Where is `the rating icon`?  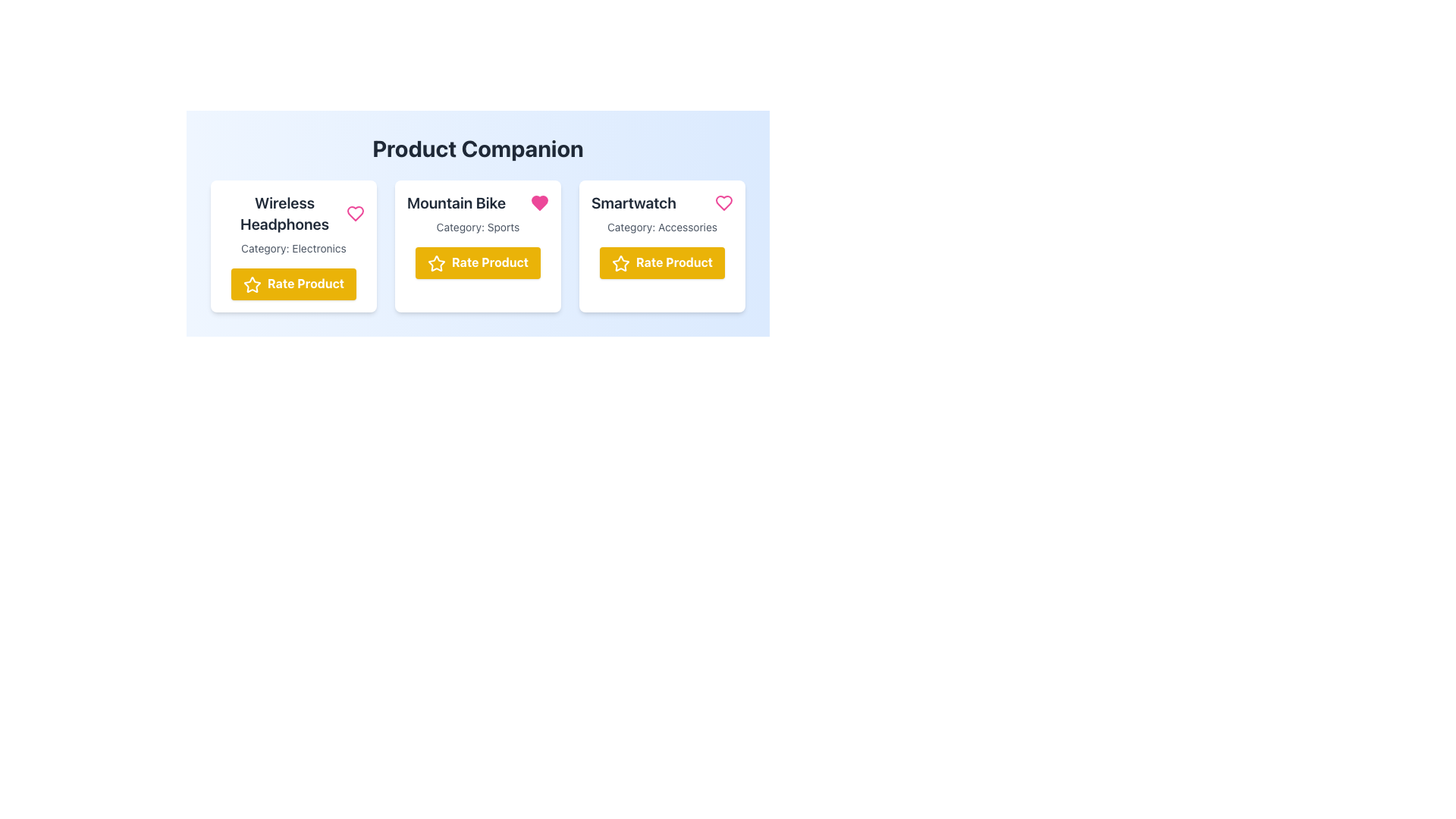 the rating icon is located at coordinates (436, 262).